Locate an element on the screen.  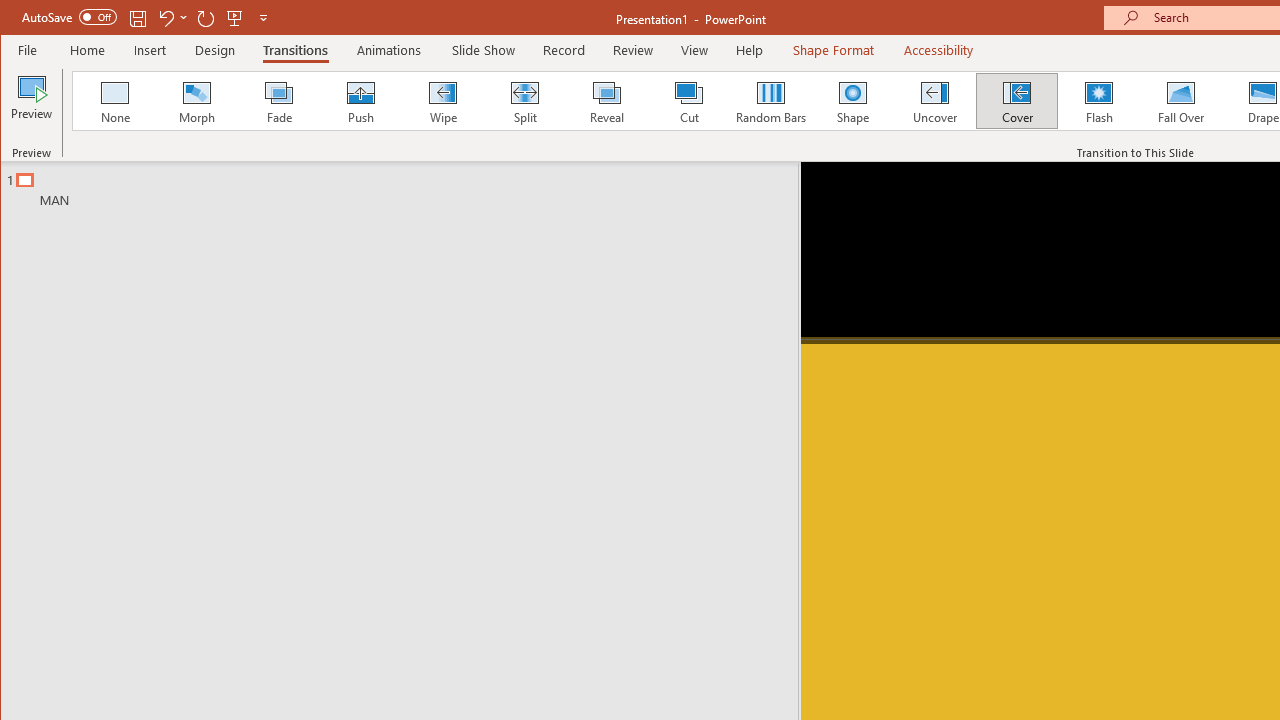
'Random Bars' is located at coordinates (769, 100).